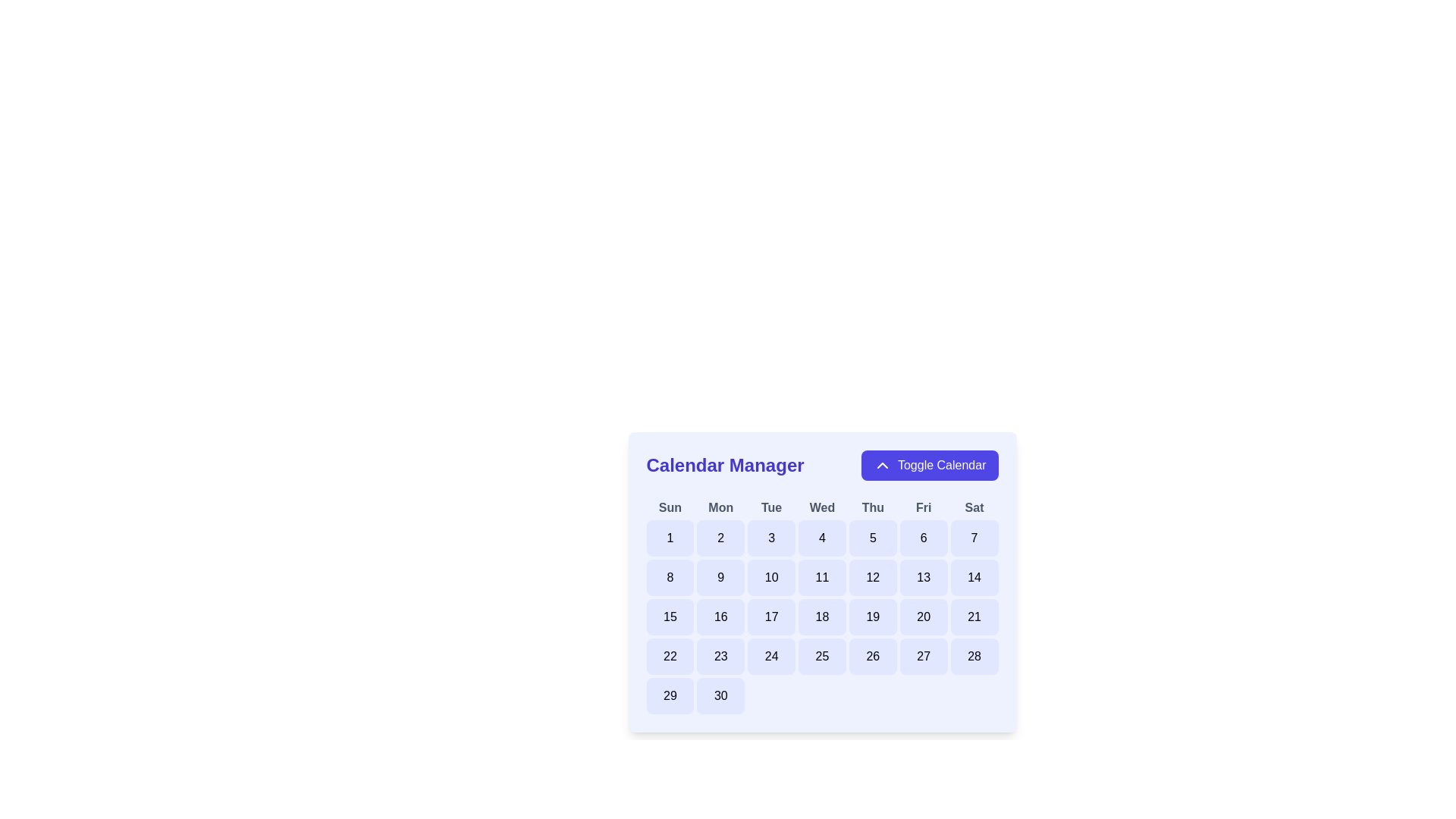 Image resolution: width=1456 pixels, height=819 pixels. I want to click on the rounded rectangular button with a light indigo background and the number '2' printed in black at its center, so click(720, 537).